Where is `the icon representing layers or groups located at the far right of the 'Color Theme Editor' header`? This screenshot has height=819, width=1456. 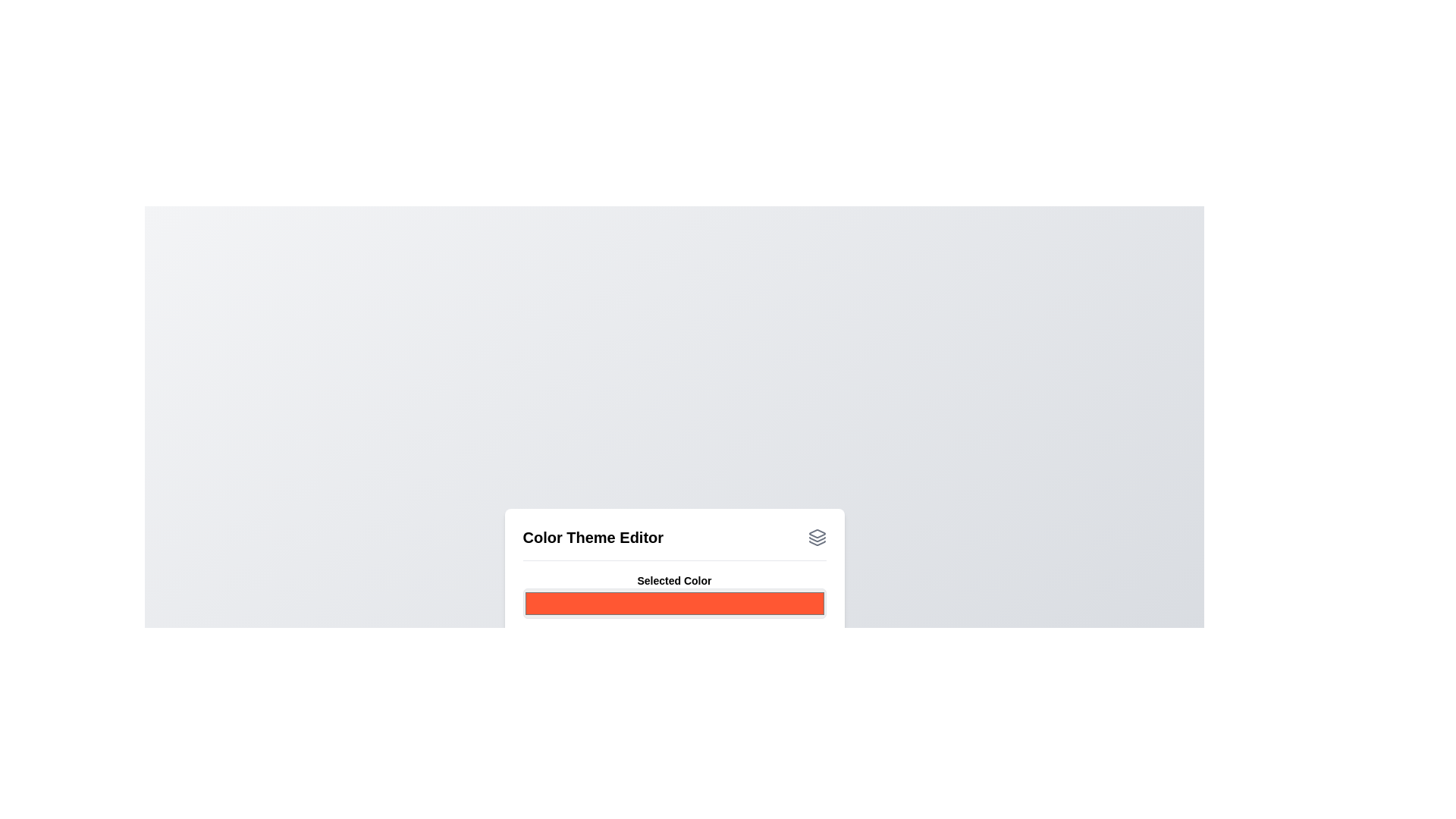 the icon representing layers or groups located at the far right of the 'Color Theme Editor' header is located at coordinates (816, 536).